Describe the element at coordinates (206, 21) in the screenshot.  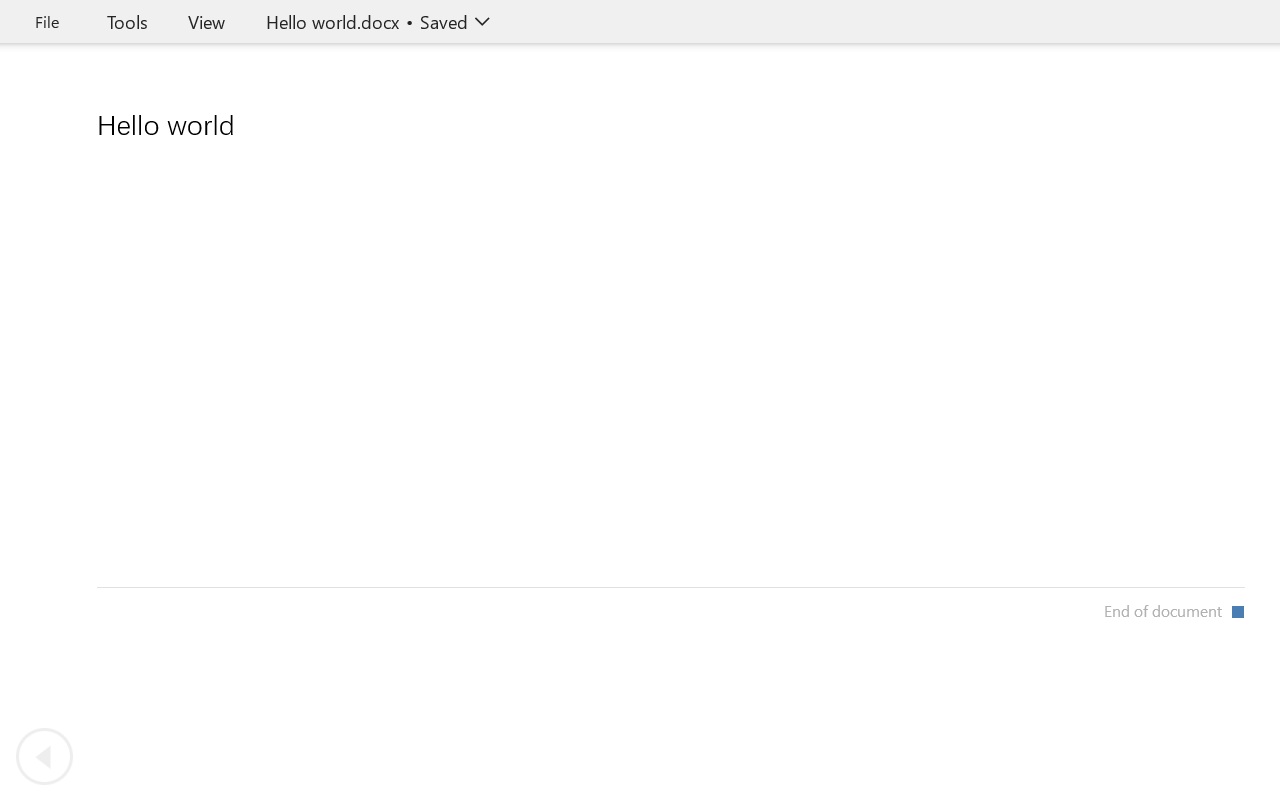
I see `'View'` at that location.